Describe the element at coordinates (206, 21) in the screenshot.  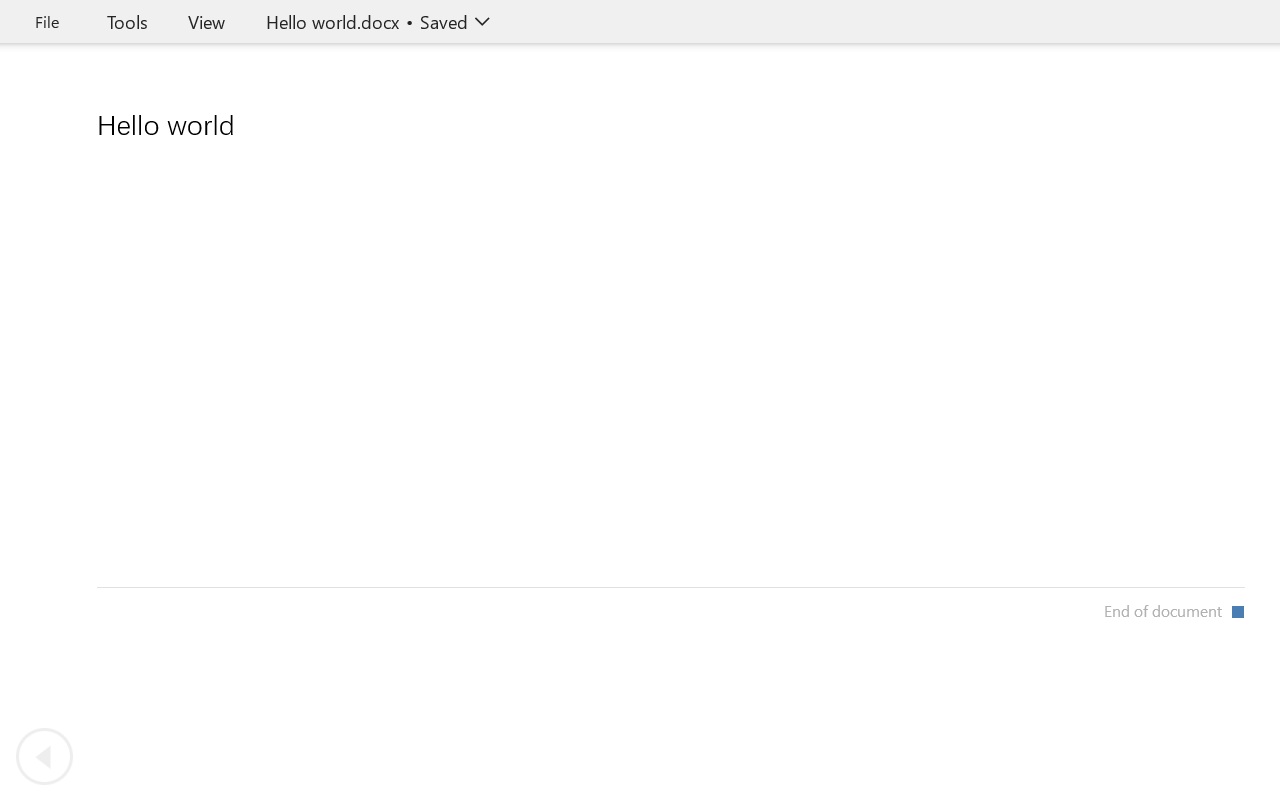
I see `'View'` at that location.